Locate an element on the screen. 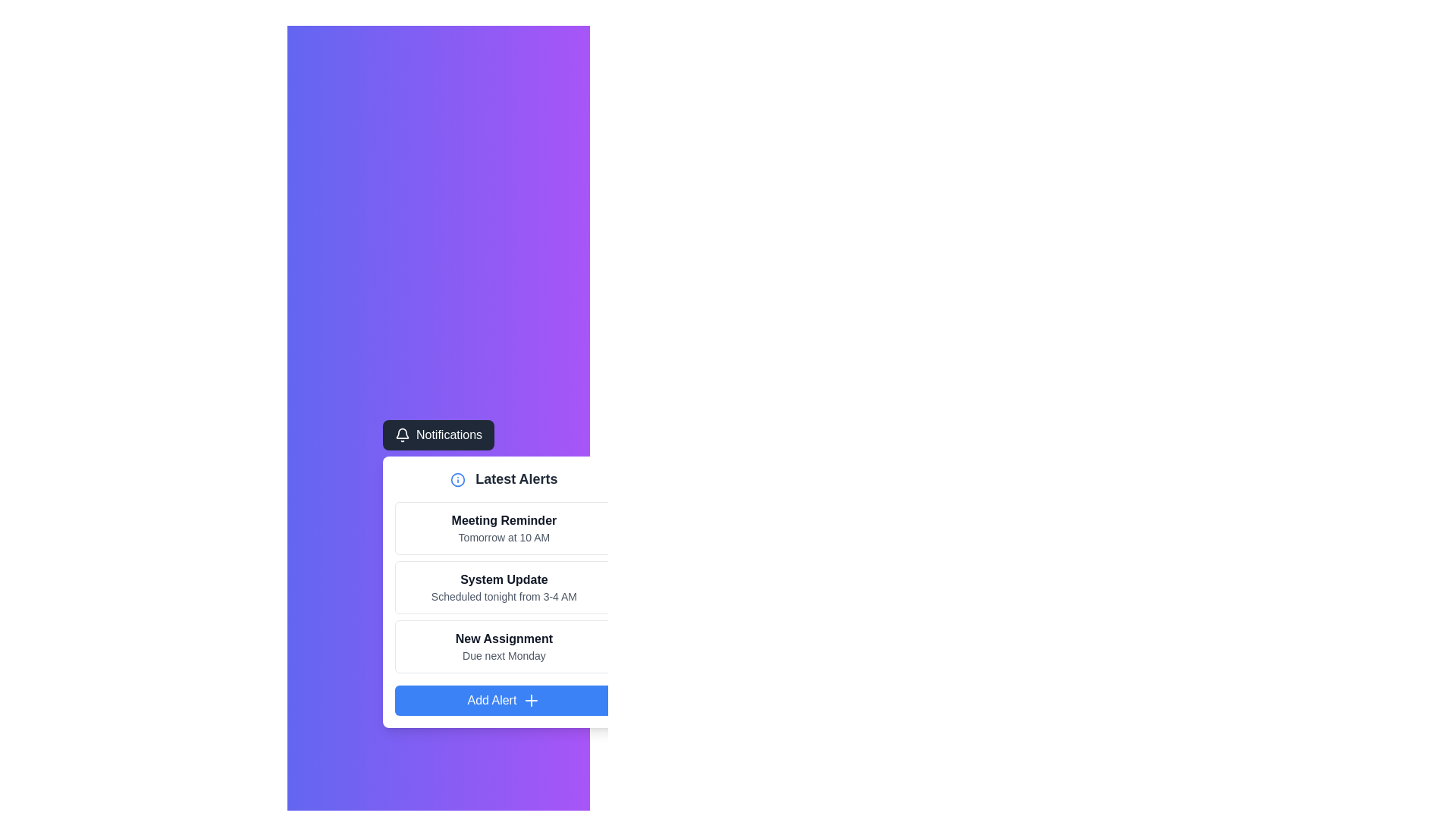 This screenshot has width=1456, height=819. the Text label that provides the scheduled time of a meeting or event, located below the 'Meeting Reminder' title in the notification card is located at coordinates (504, 537).